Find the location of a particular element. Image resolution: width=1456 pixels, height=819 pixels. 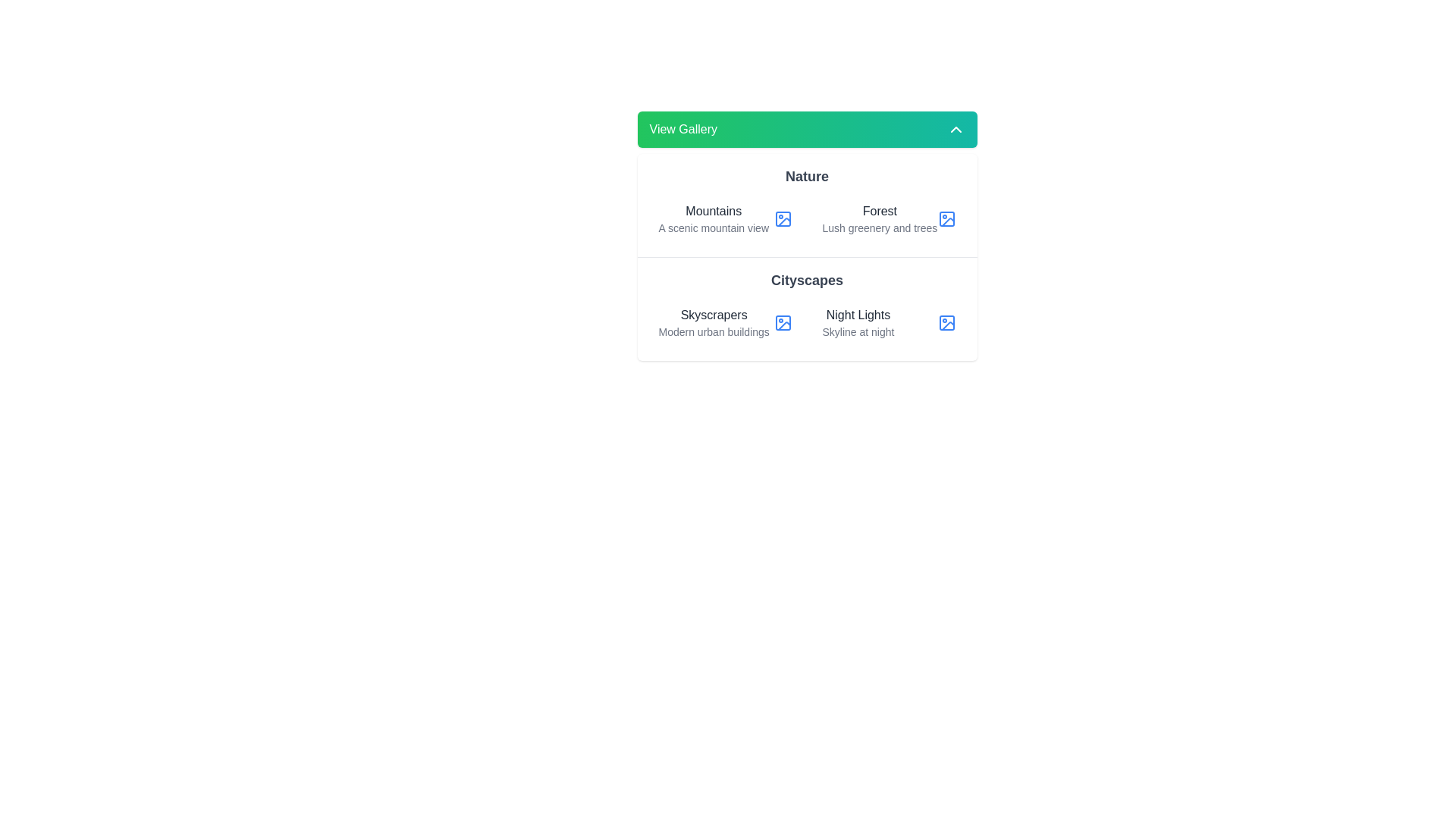

the descriptive text displaying 'Skyline at night' located beneath the title 'Night Lights' in the 'Cityscapes' section of the interface is located at coordinates (858, 331).